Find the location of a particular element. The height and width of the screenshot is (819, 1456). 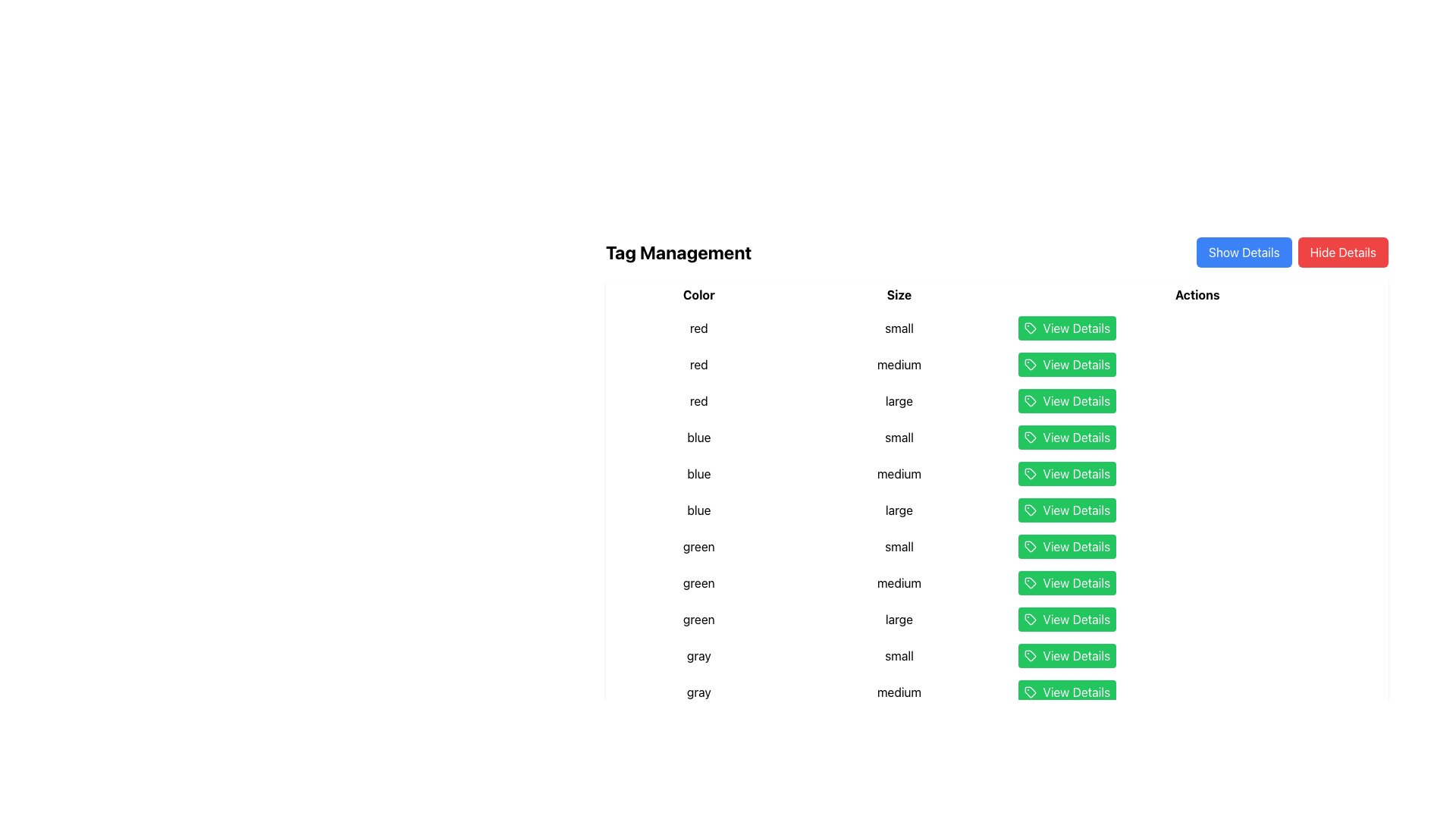

the 'Show Details' button, which has a blue background and white text is located at coordinates (1244, 251).